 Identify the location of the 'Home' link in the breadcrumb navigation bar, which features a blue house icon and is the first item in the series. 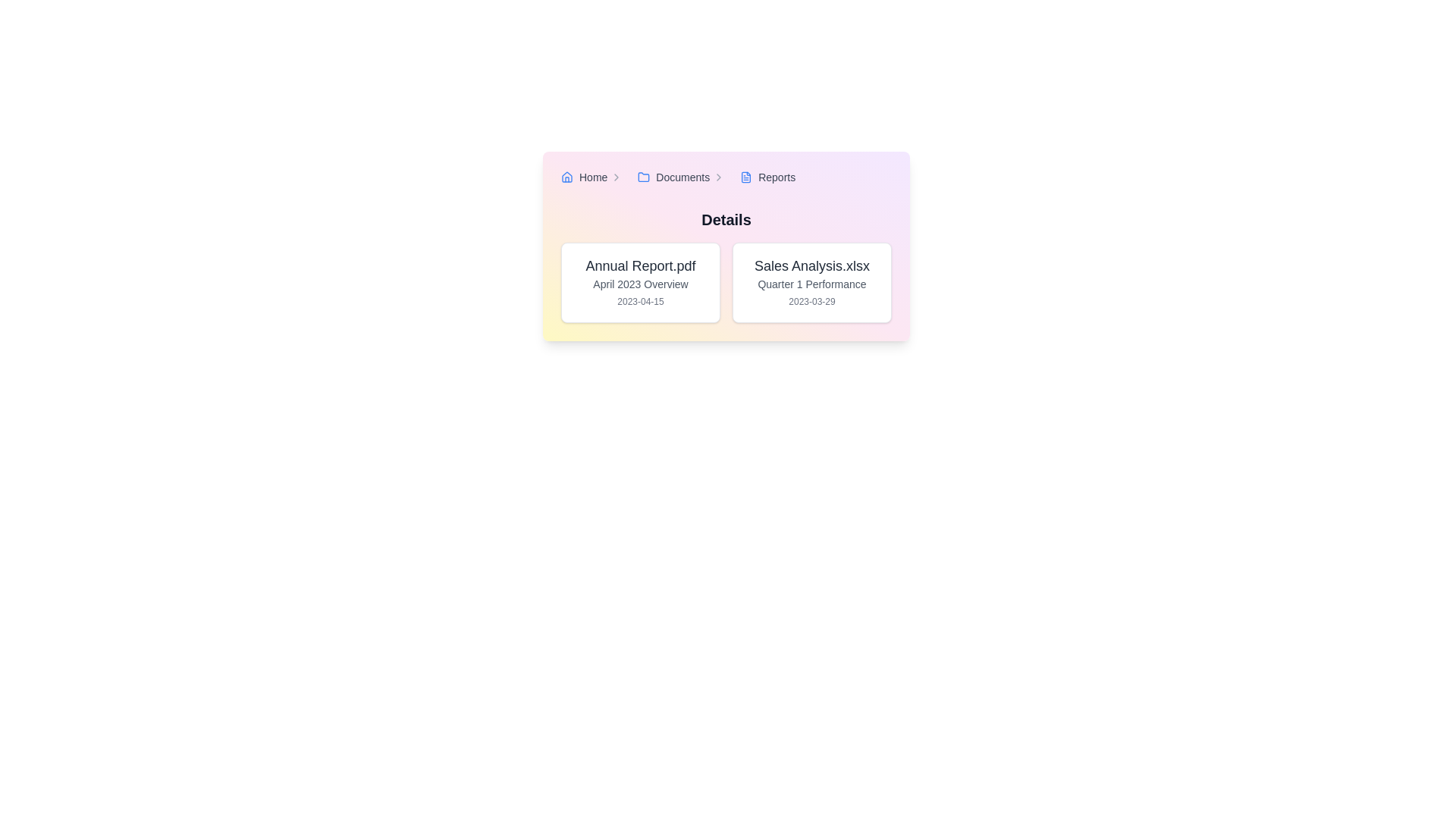
(592, 177).